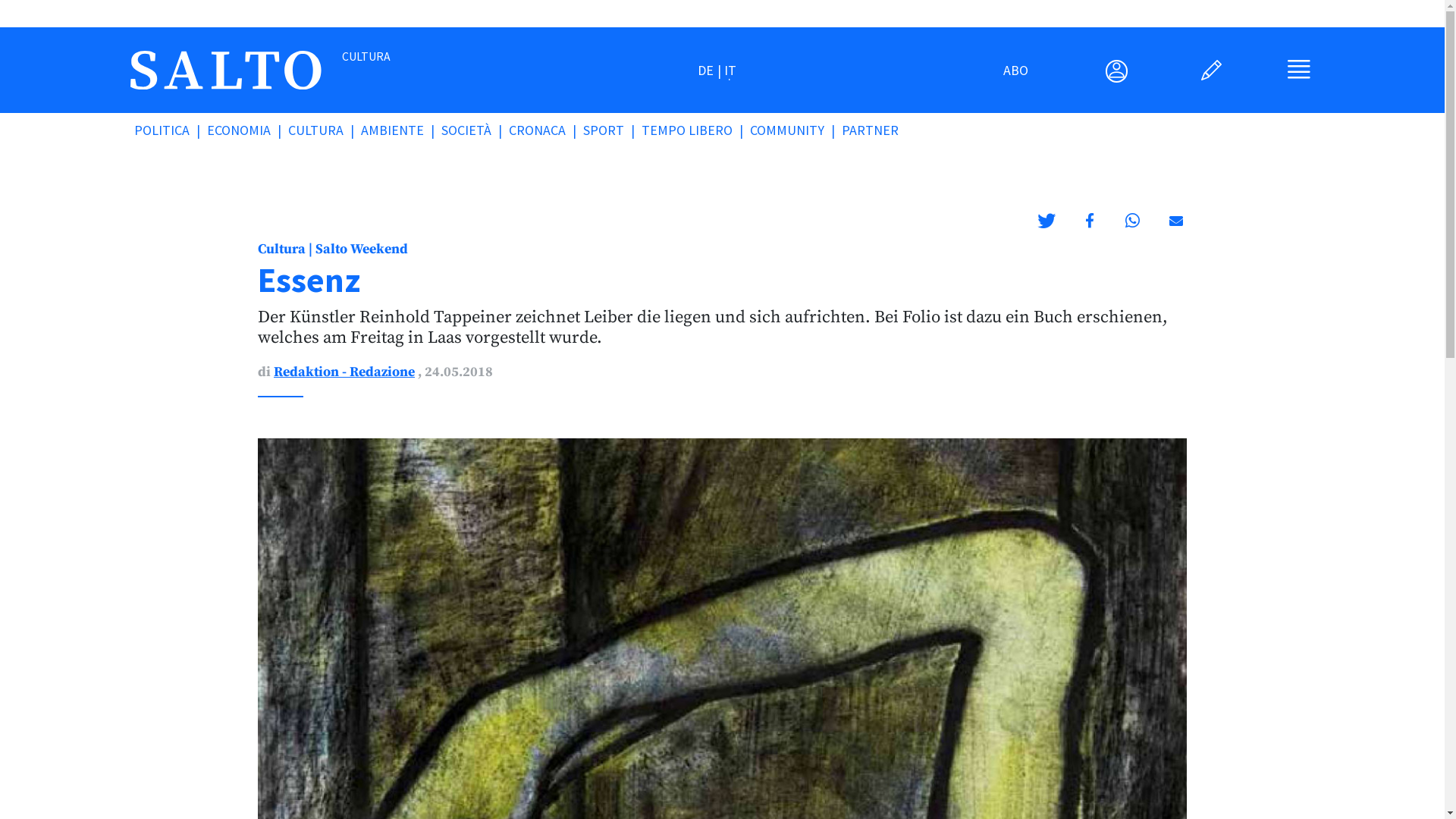  Describe the element at coordinates (509, 129) in the screenshot. I see `'CRONACA'` at that location.